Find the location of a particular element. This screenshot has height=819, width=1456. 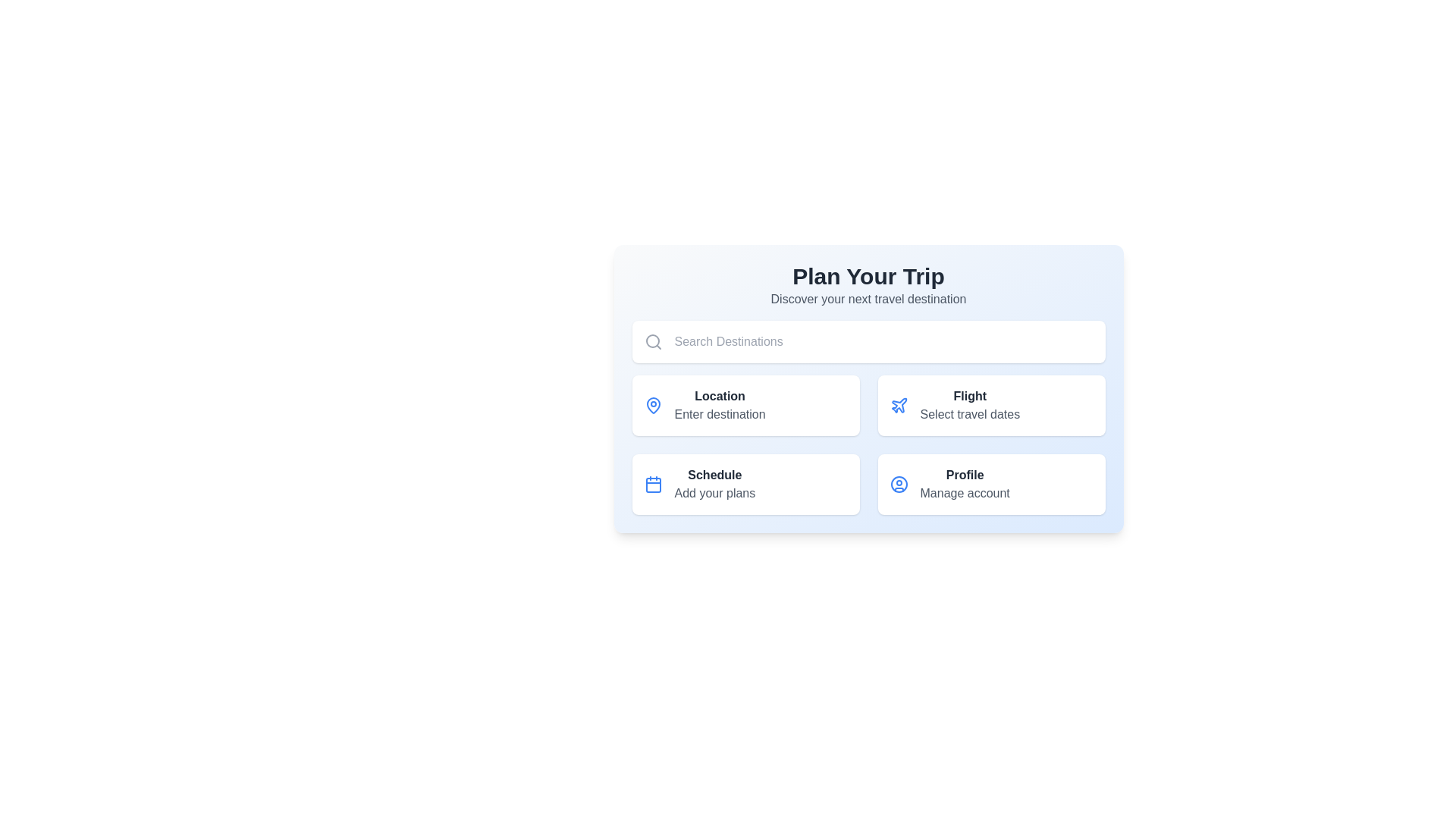

the blue map pin icon located to the left of the 'Location' label in the 'Location' card is located at coordinates (653, 405).